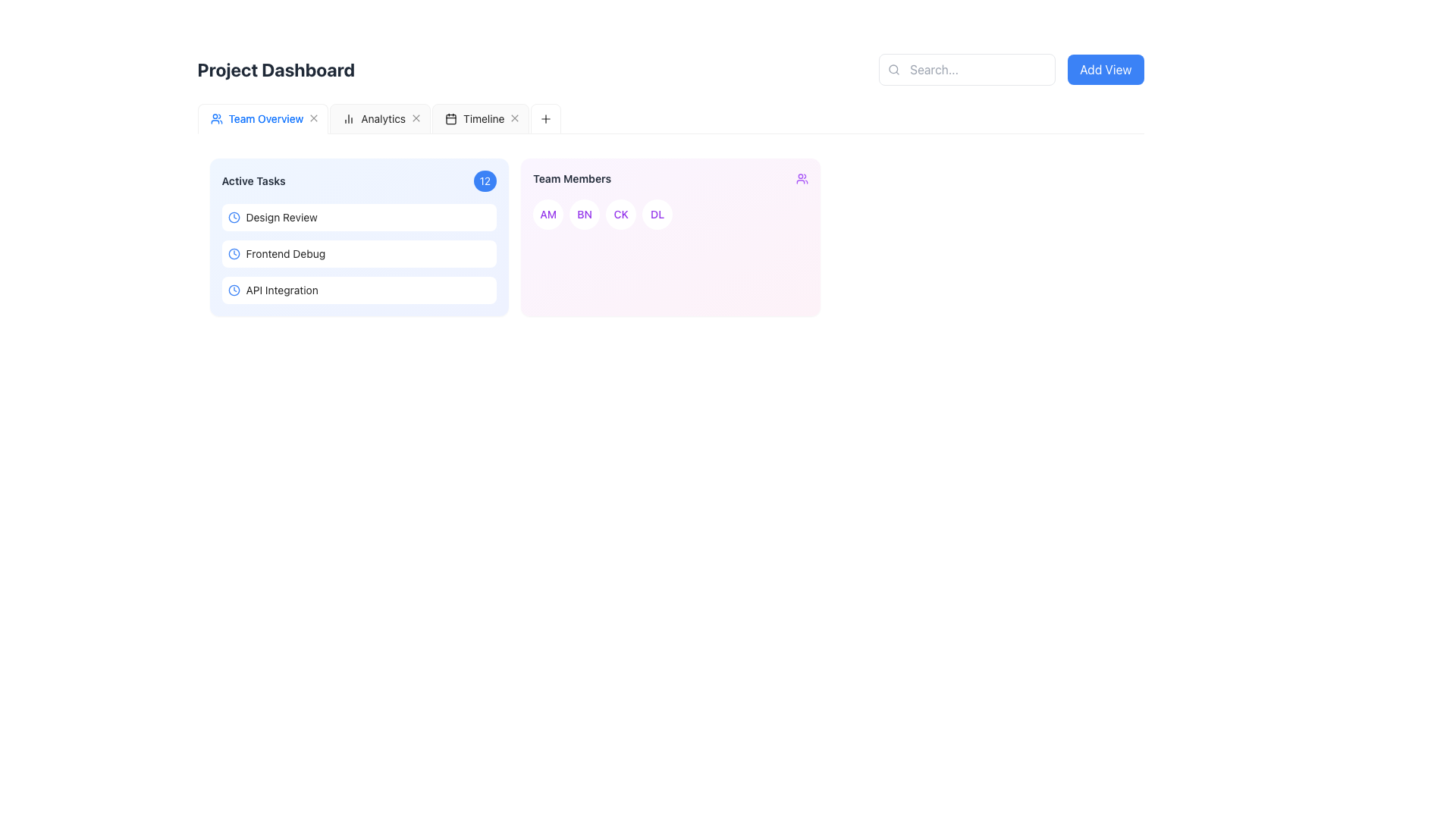 The height and width of the screenshot is (819, 1456). Describe the element at coordinates (450, 118) in the screenshot. I see `the calendar icon in the navigation bar, which is located to the left of the 'Timeline' label and between the 'Analytics' and 'Add' tabs` at that location.